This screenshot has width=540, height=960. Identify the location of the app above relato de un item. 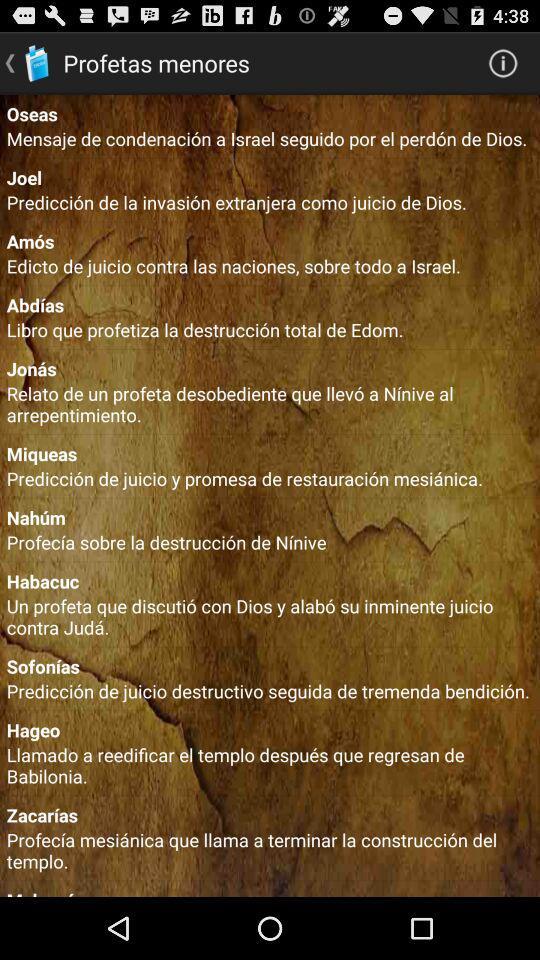
(270, 367).